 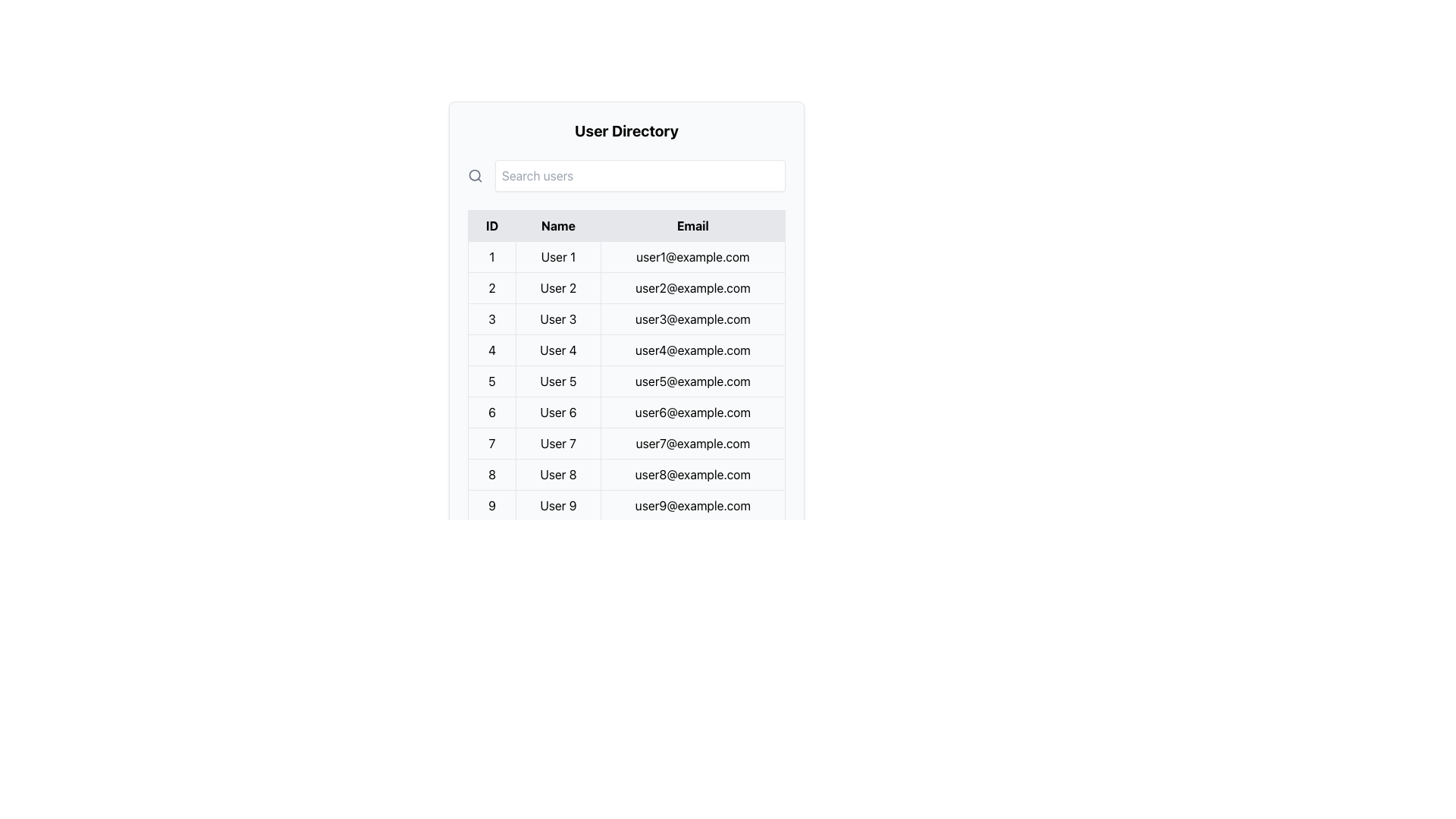 What do you see at coordinates (626, 412) in the screenshot?
I see `the email address 'user6@example.com' in the sixth row of the table, which contains 'User 6' in the second column and is visually aligned with other rows` at bounding box center [626, 412].